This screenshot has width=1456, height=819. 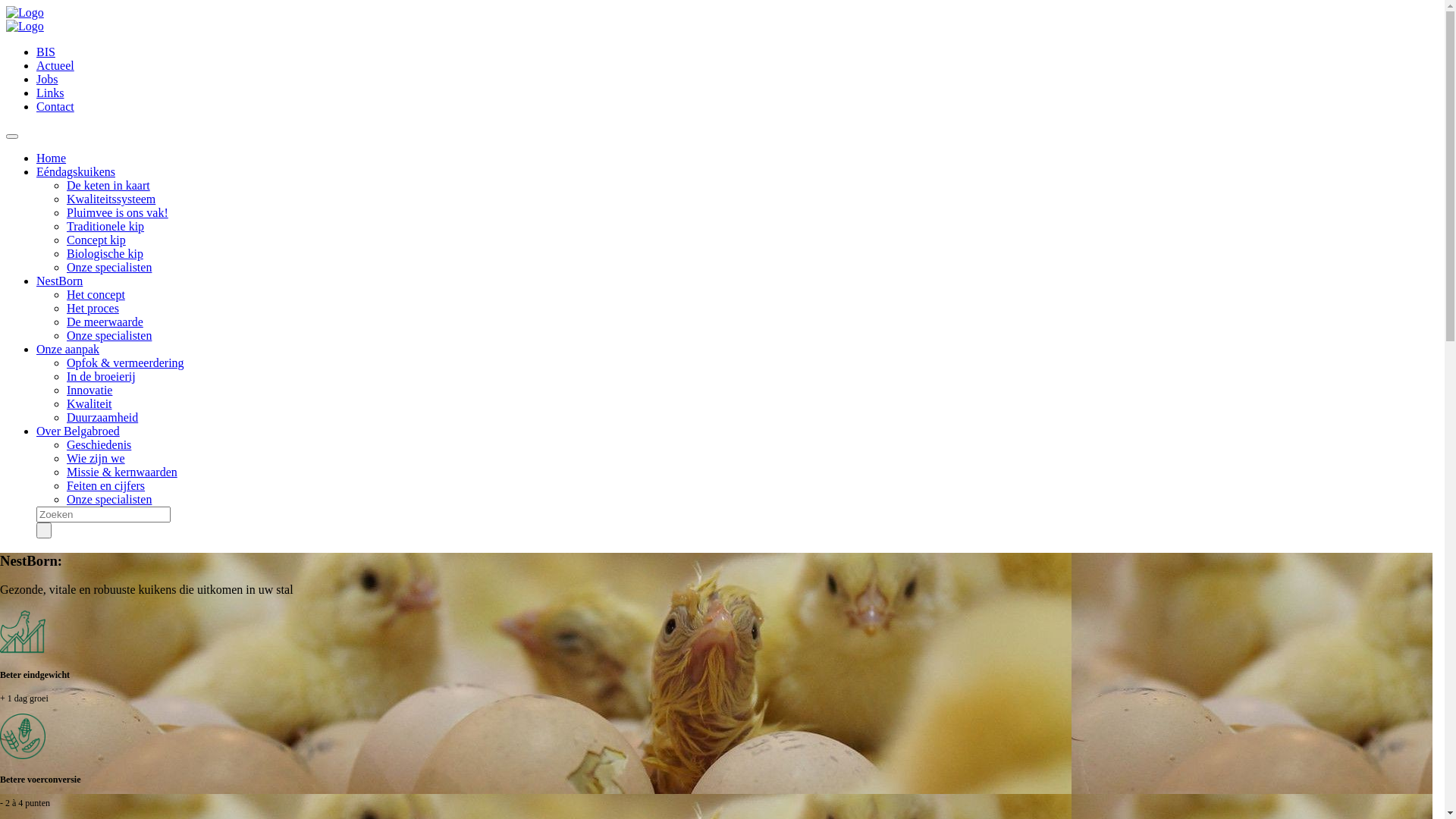 What do you see at coordinates (95, 294) in the screenshot?
I see `'Het concept'` at bounding box center [95, 294].